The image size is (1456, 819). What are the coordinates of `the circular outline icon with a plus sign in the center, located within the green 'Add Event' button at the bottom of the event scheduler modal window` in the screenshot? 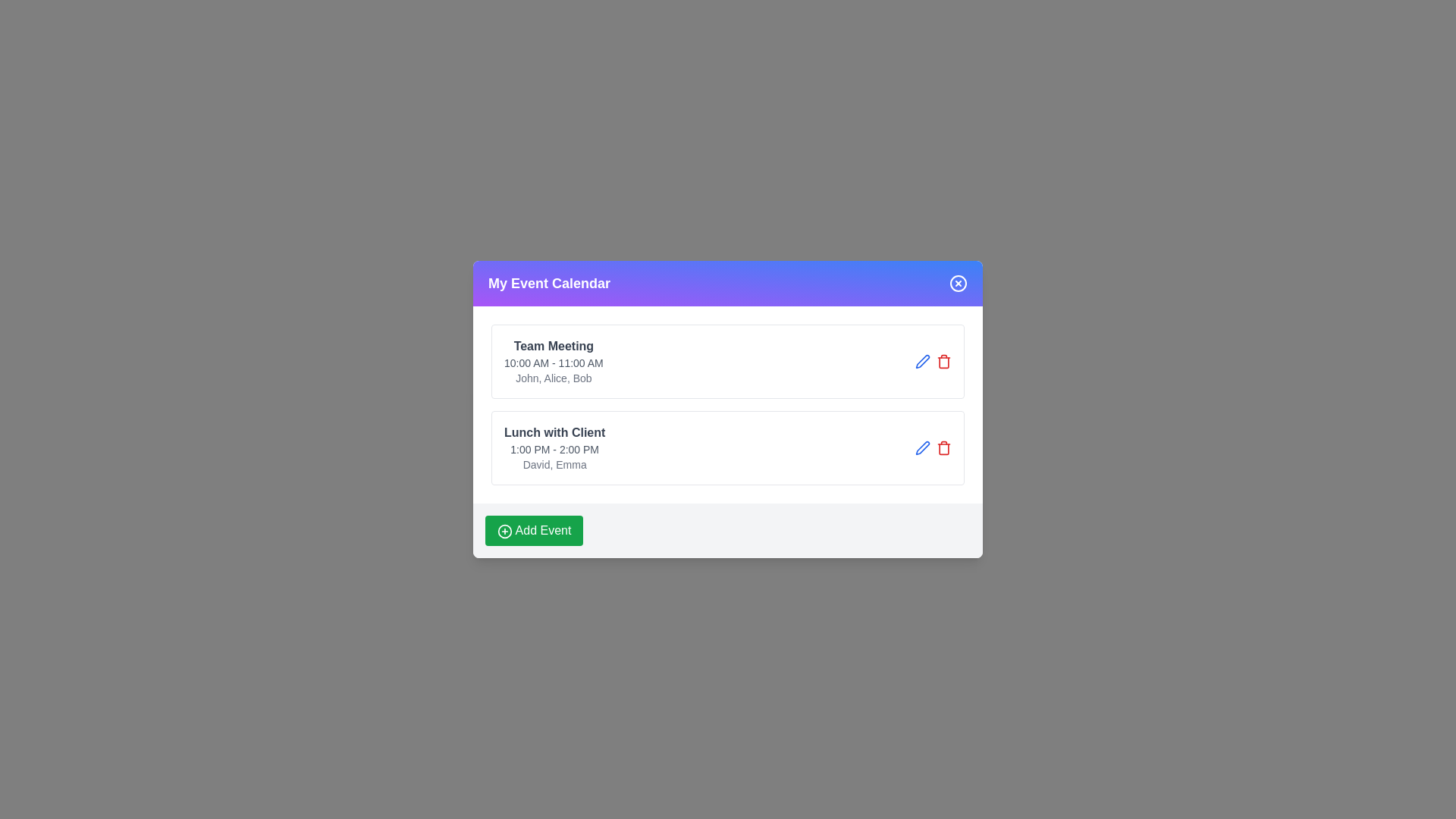 It's located at (505, 529).